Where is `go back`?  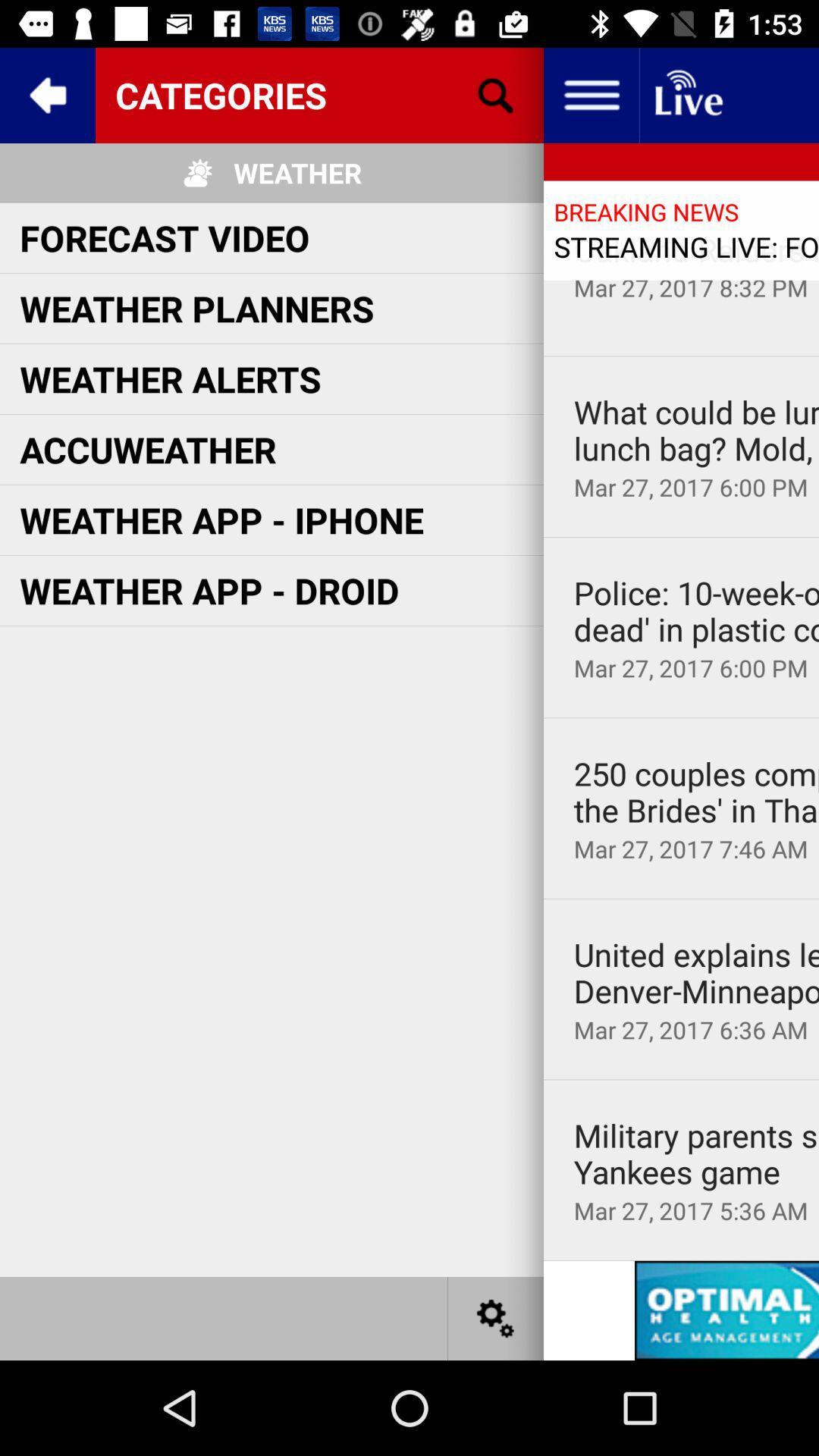
go back is located at coordinates (46, 94).